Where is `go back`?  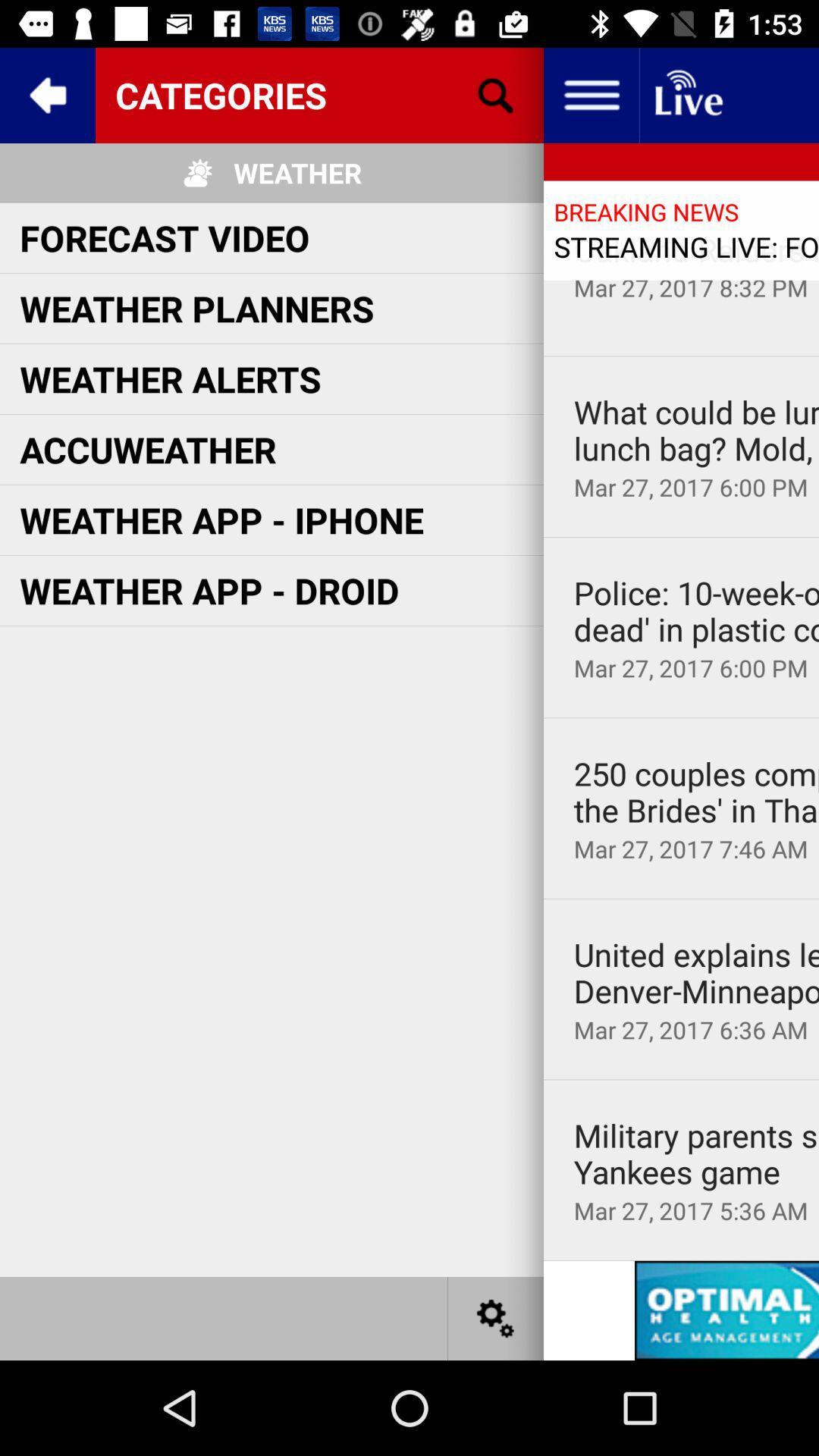
go back is located at coordinates (46, 94).